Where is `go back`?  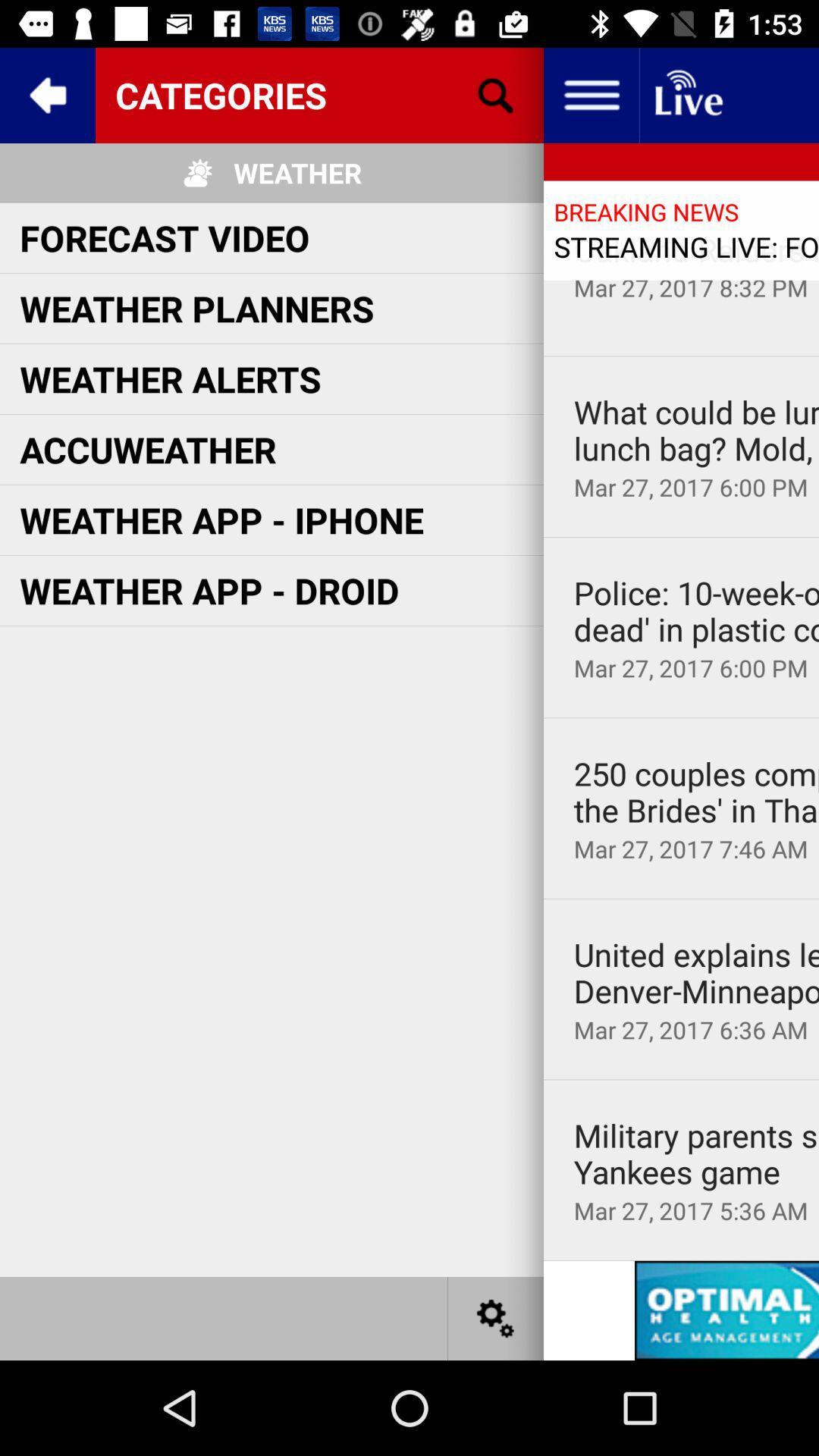
go back is located at coordinates (46, 94).